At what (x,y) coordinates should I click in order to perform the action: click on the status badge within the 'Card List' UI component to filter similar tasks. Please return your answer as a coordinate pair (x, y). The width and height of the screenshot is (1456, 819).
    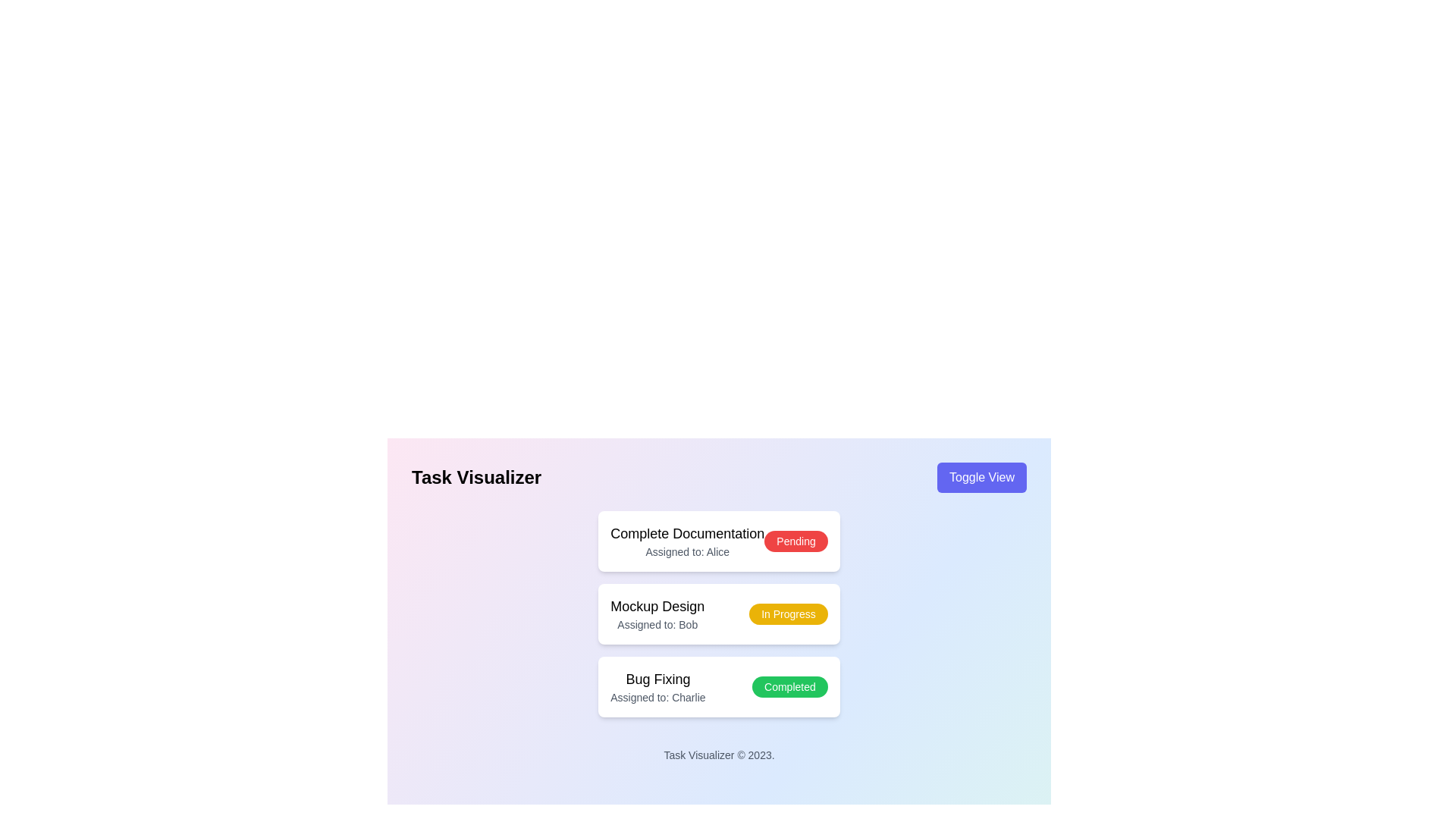
    Looking at the image, I should click on (718, 611).